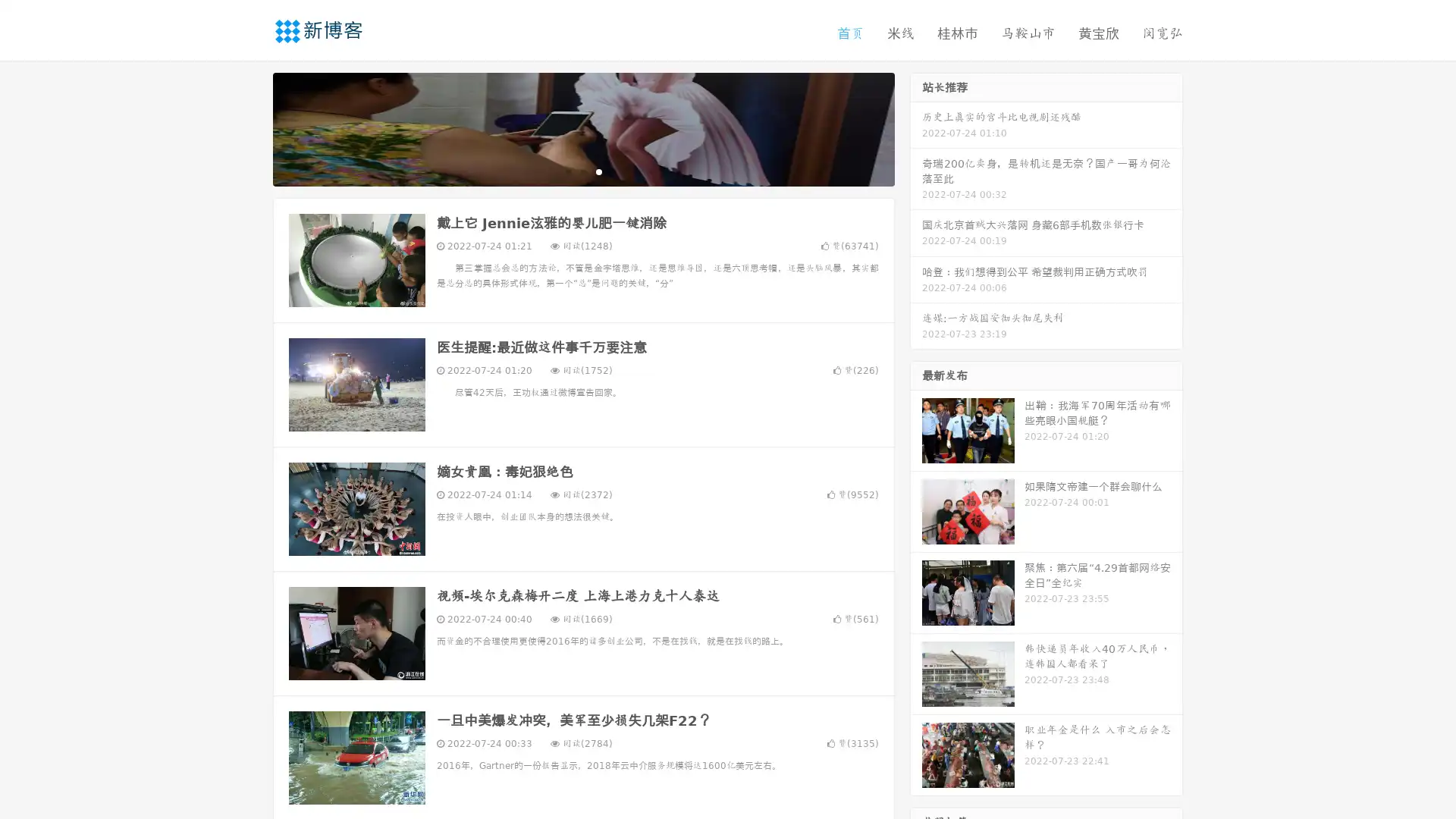  I want to click on Go to slide 3, so click(598, 171).